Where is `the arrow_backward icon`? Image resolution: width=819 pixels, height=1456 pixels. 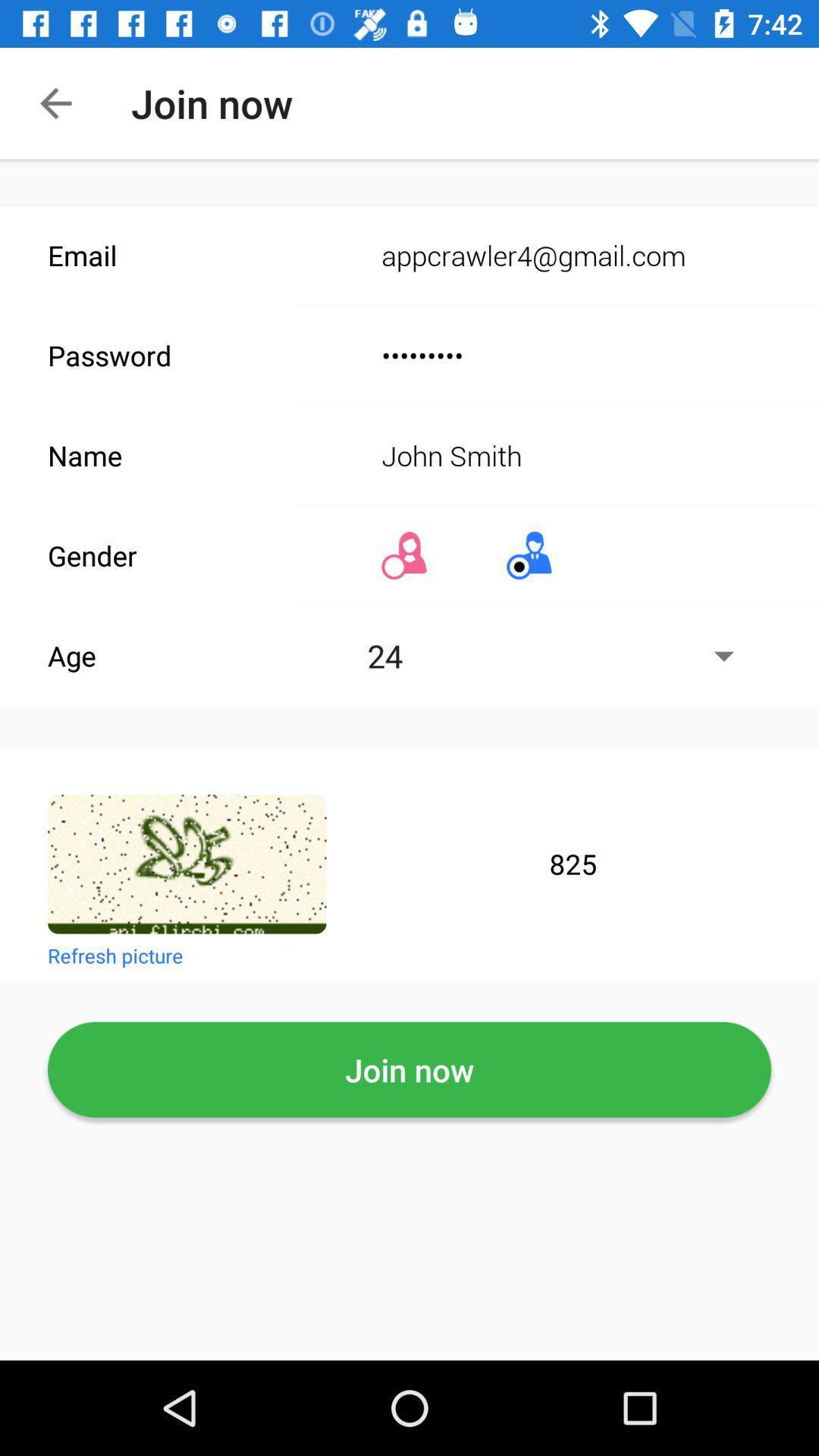 the arrow_backward icon is located at coordinates (55, 102).